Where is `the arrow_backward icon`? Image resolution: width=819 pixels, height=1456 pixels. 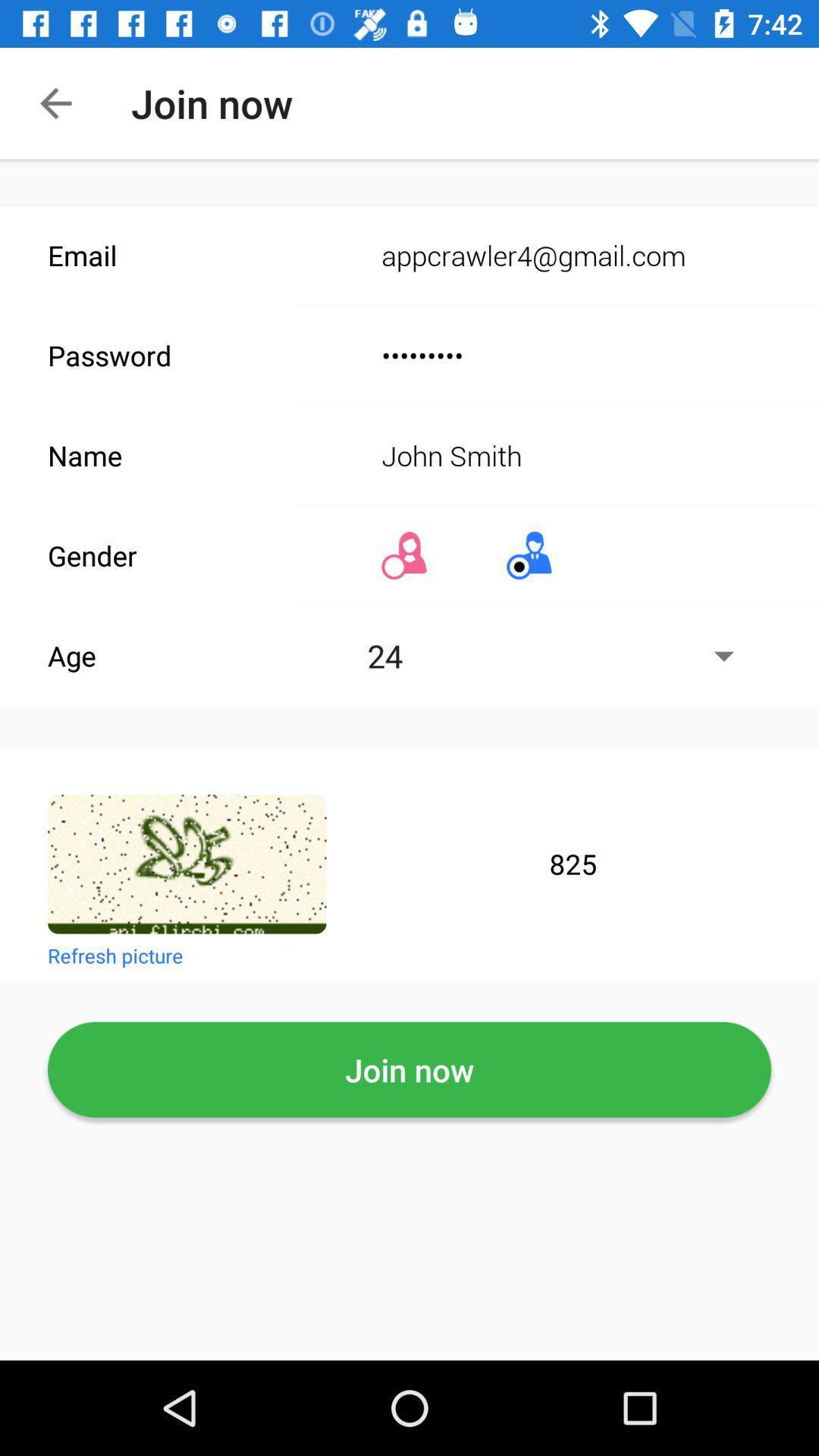 the arrow_backward icon is located at coordinates (55, 102).